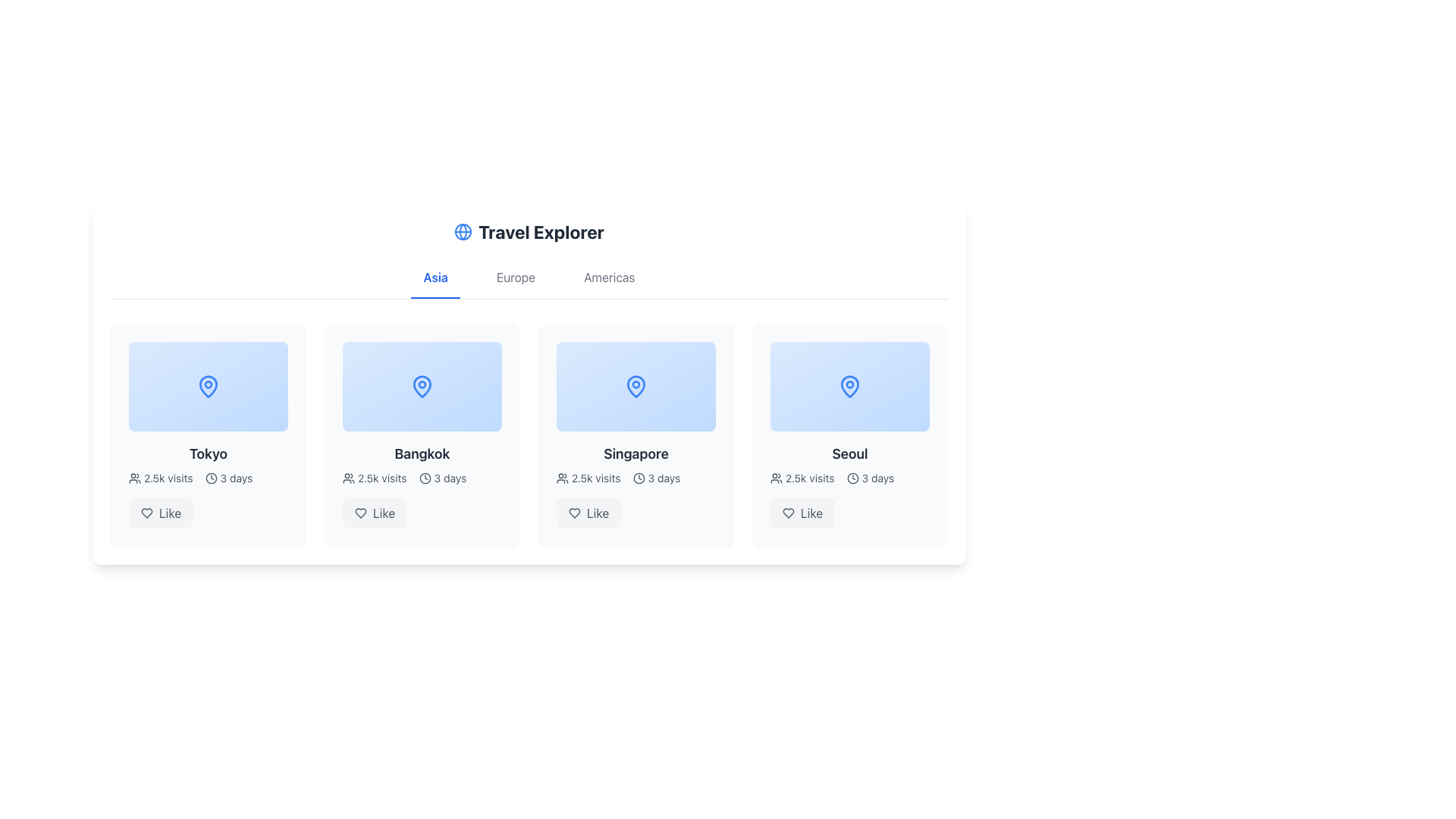 This screenshot has height=819, width=1456. What do you see at coordinates (375, 513) in the screenshot?
I see `the 'like' button located below the text 'Bangkok' and the information '2.5k visits, 3 days' in the card labeled 'Bangkok' to express interest or approval` at bounding box center [375, 513].